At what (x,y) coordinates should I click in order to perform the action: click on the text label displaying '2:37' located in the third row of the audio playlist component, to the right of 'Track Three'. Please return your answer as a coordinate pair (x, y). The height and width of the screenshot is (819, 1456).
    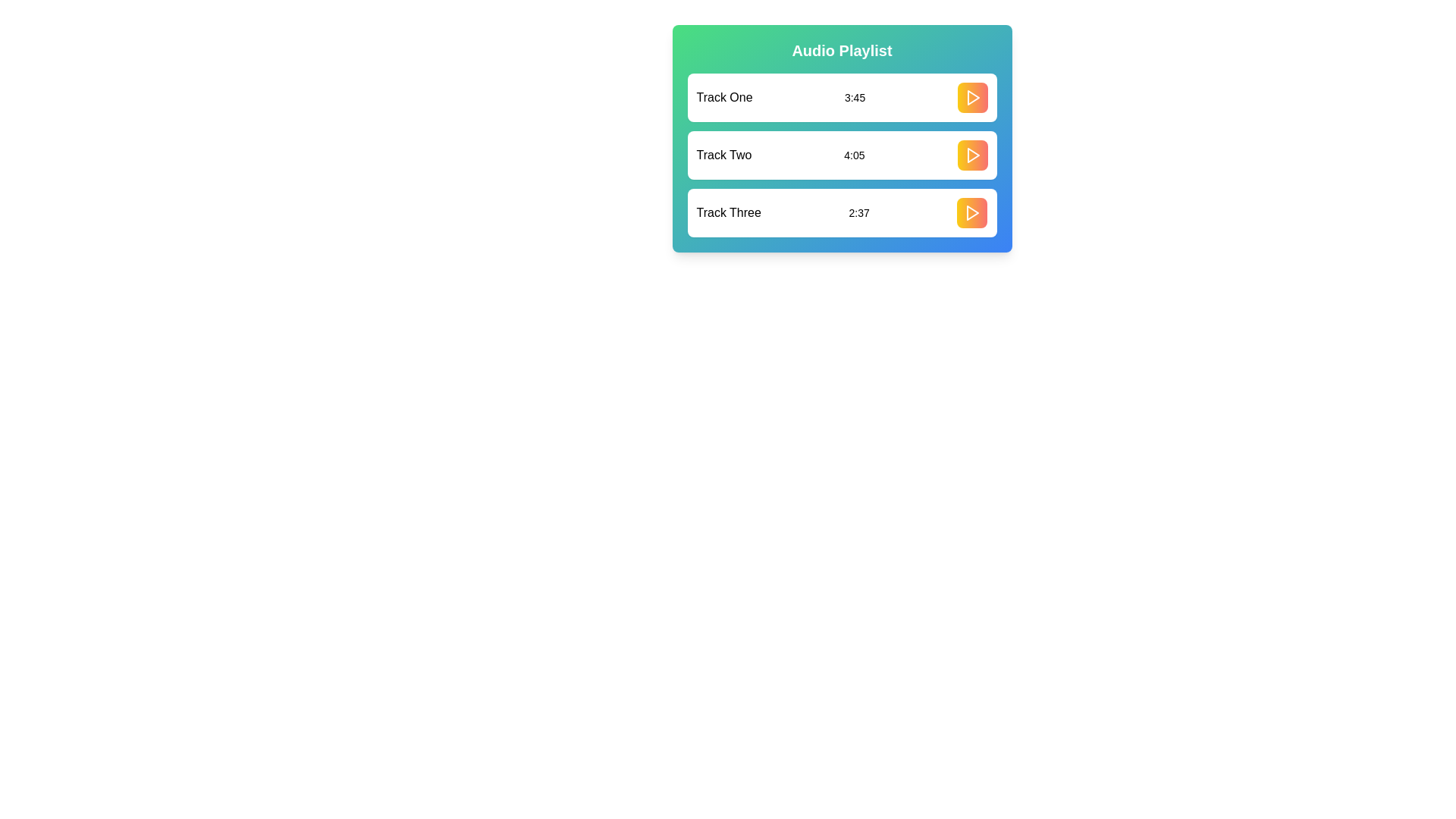
    Looking at the image, I should click on (859, 213).